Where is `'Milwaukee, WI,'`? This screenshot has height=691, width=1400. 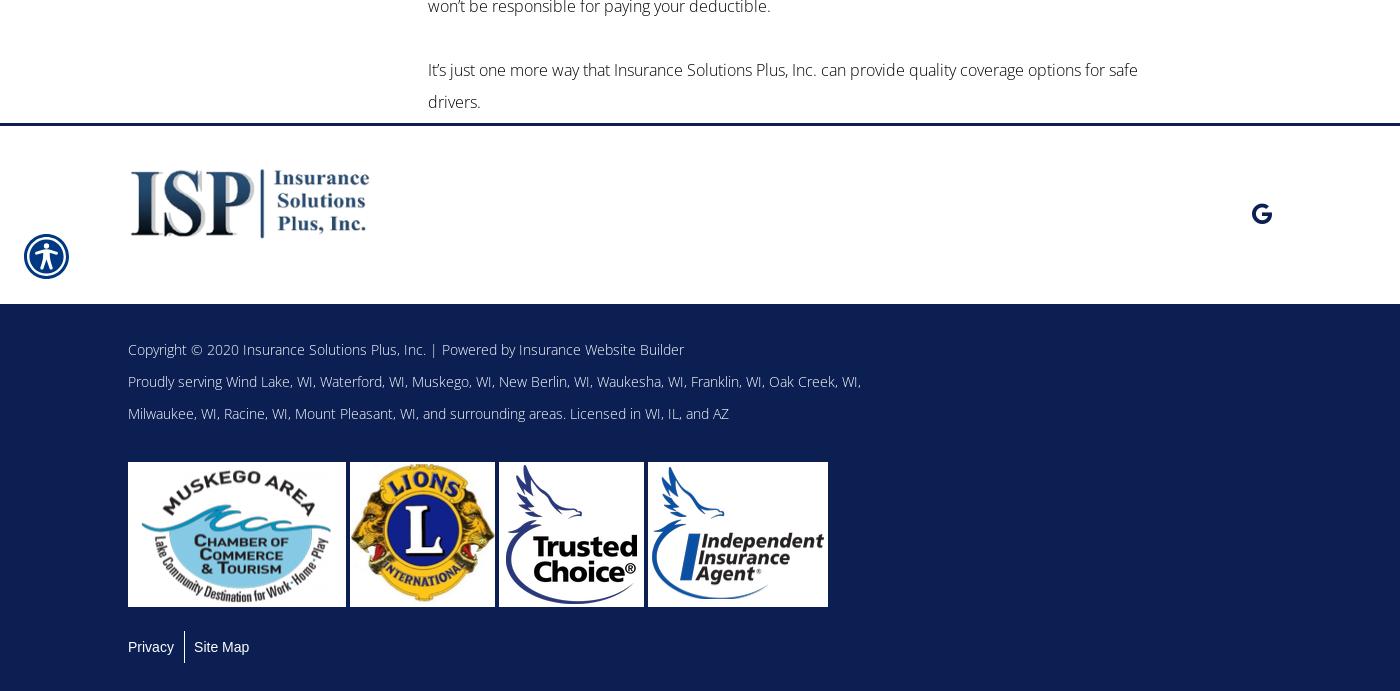
'Milwaukee, WI,' is located at coordinates (175, 412).